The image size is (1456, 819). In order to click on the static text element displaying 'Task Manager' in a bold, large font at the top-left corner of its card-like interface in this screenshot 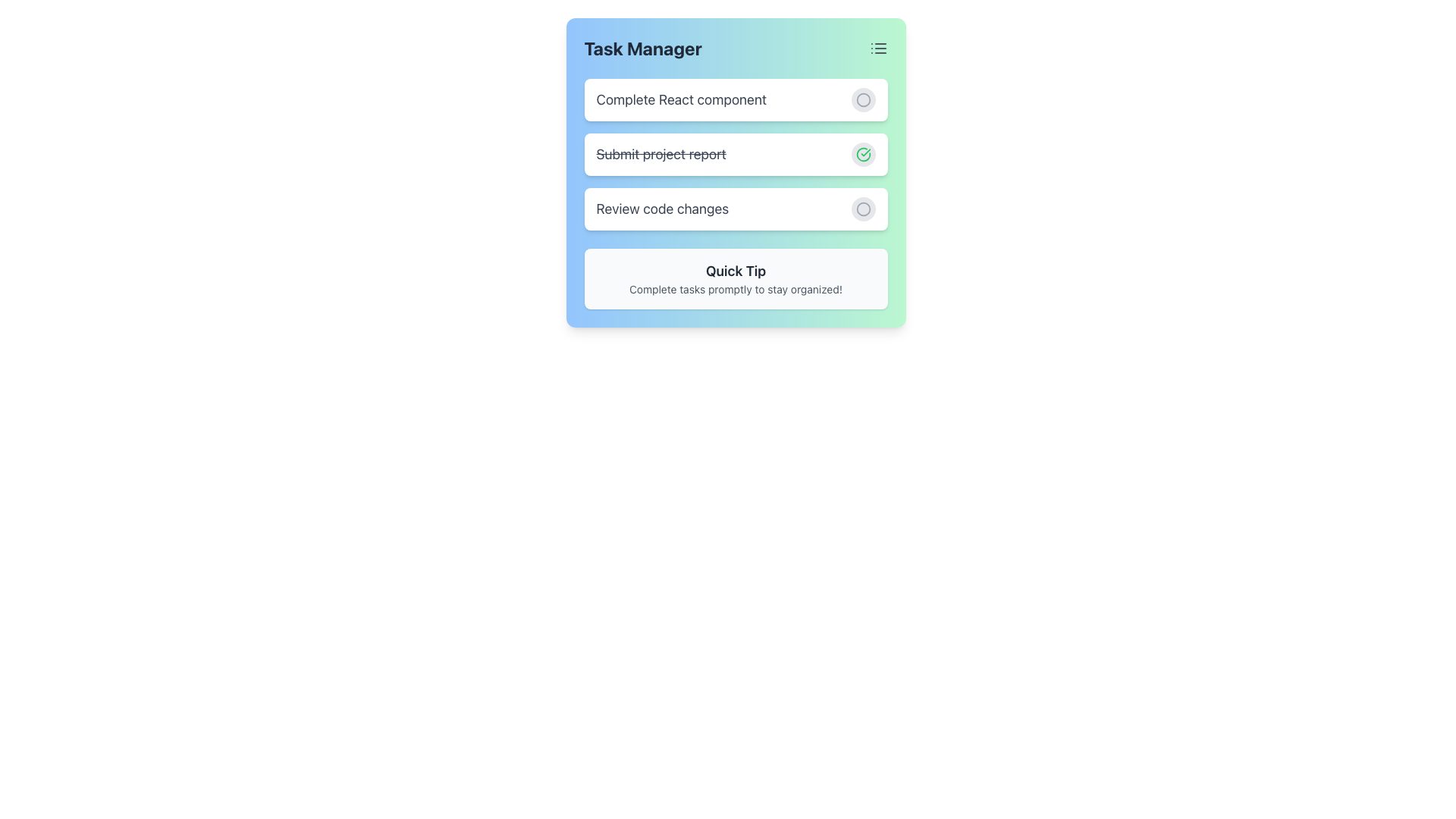, I will do `click(643, 48)`.